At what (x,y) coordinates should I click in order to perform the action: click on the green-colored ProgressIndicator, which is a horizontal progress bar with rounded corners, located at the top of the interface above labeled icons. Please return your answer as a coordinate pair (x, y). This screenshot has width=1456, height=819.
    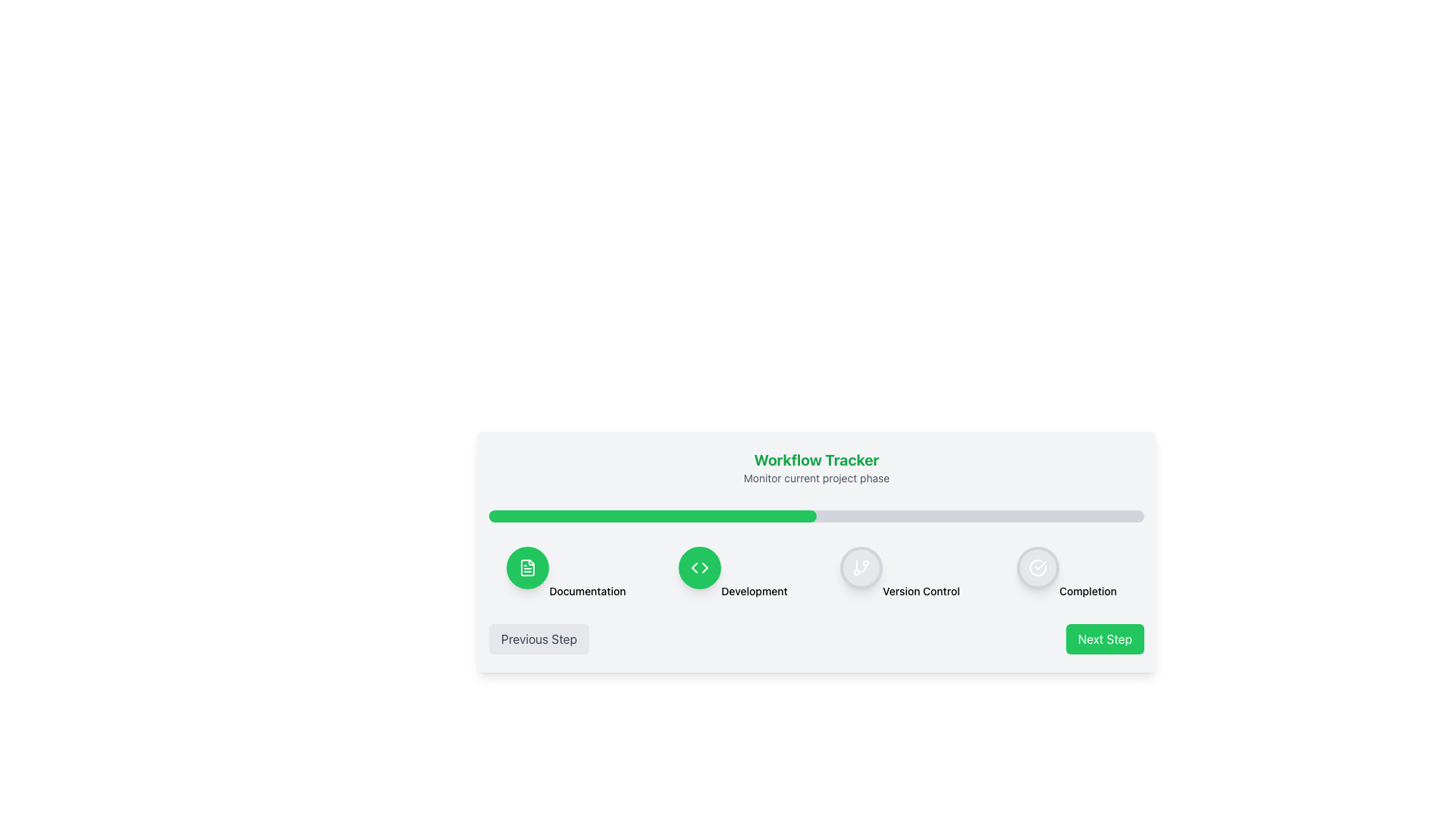
    Looking at the image, I should click on (652, 516).